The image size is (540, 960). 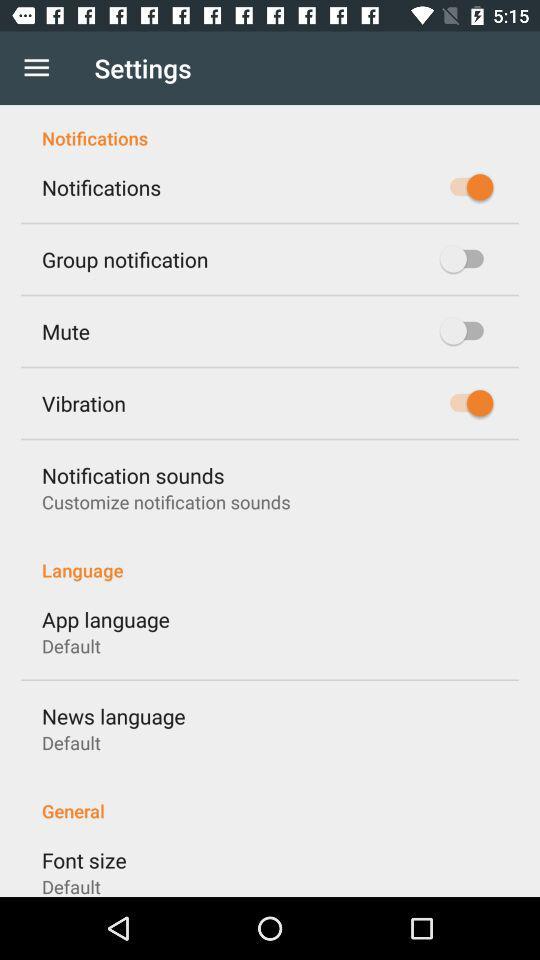 What do you see at coordinates (113, 716) in the screenshot?
I see `the icon below the default icon` at bounding box center [113, 716].